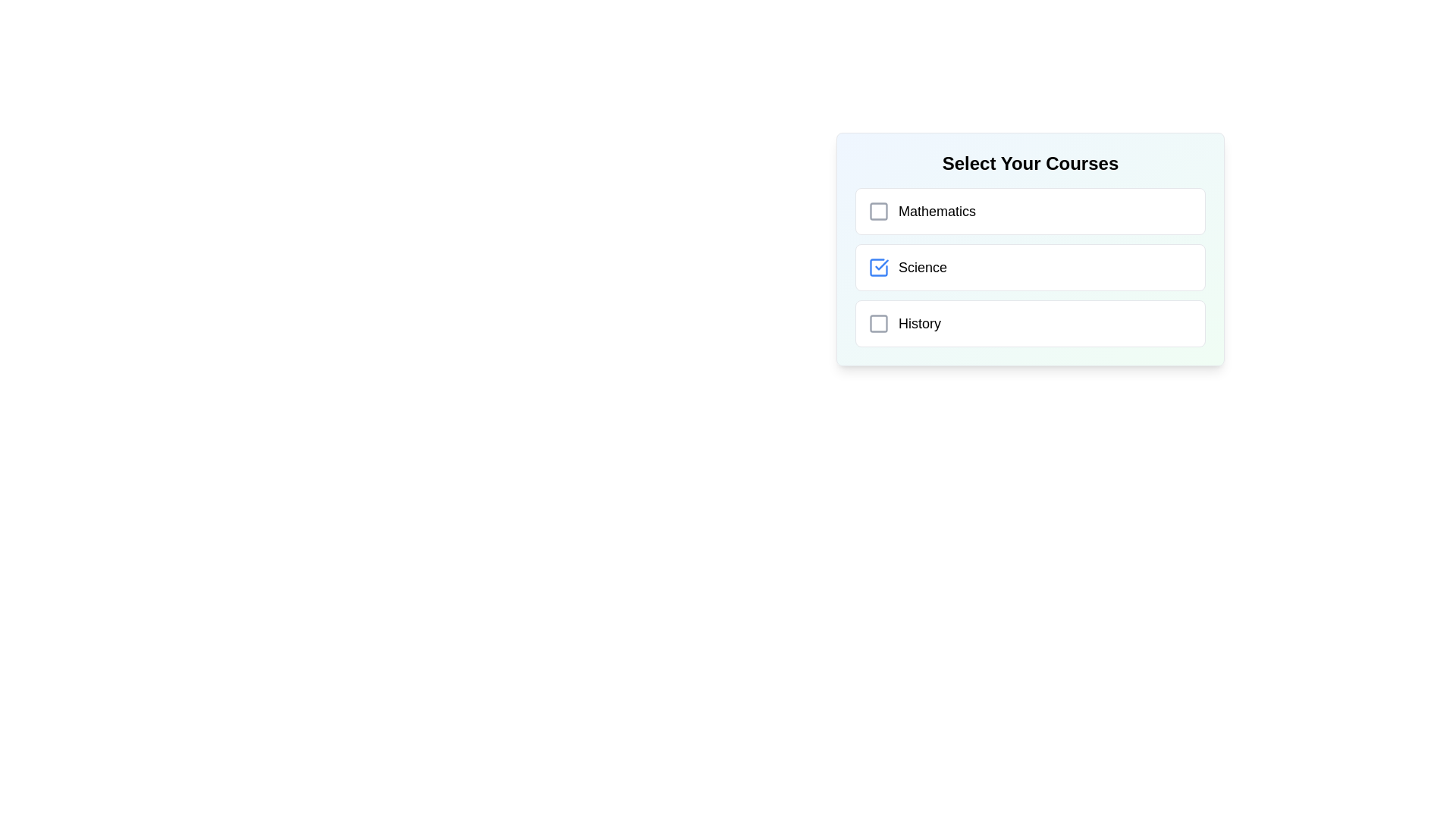 Image resolution: width=1456 pixels, height=819 pixels. Describe the element at coordinates (1030, 211) in the screenshot. I see `the 'Mathematics' checkbox element using keyboard navigation` at that location.